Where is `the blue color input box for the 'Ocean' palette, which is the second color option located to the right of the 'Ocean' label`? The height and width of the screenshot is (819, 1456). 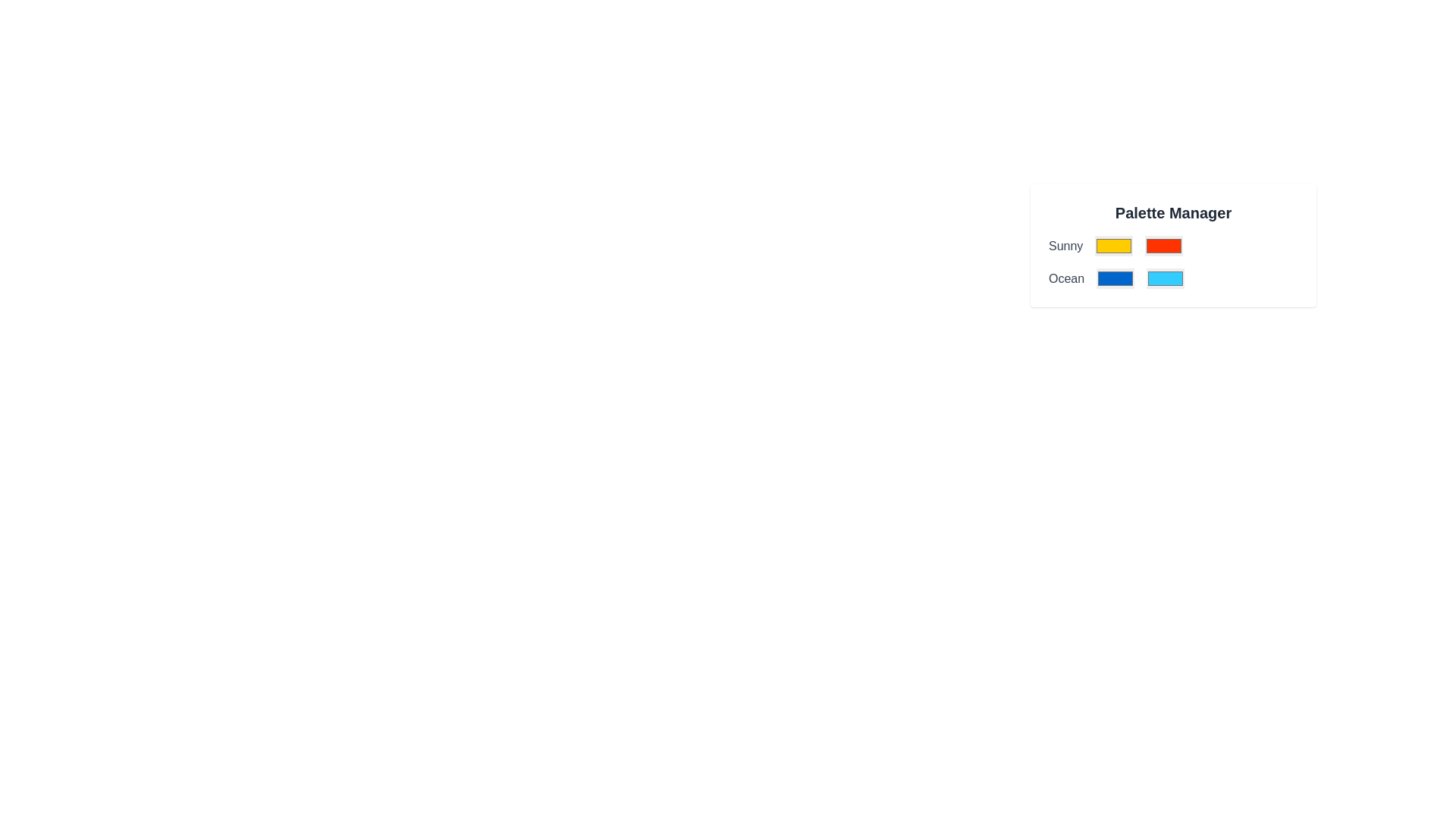
the blue color input box for the 'Ocean' palette, which is the second color option located to the right of the 'Ocean' label is located at coordinates (1116, 278).